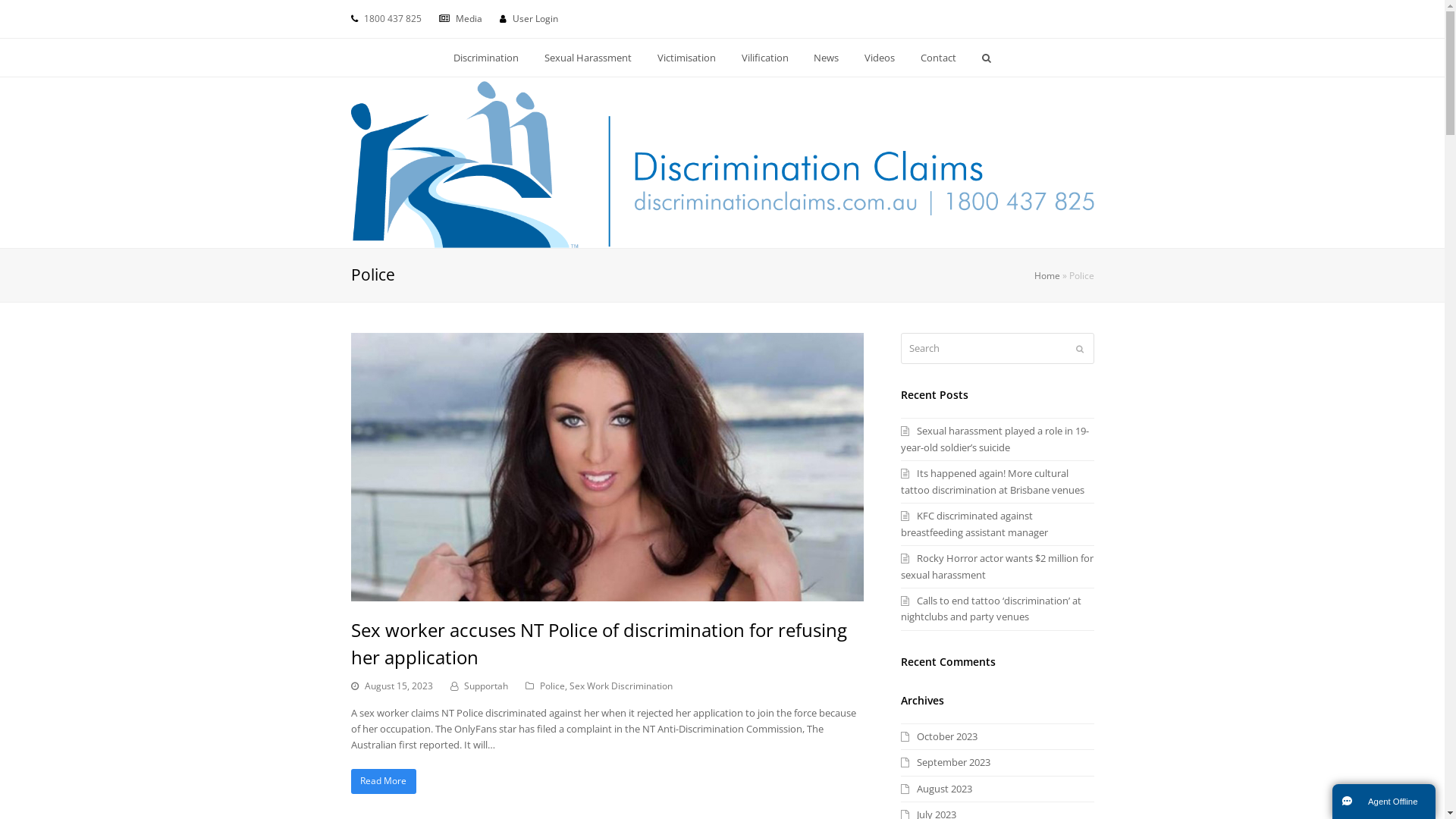 The height and width of the screenshot is (819, 1456). What do you see at coordinates (486, 57) in the screenshot?
I see `'Discrimination'` at bounding box center [486, 57].